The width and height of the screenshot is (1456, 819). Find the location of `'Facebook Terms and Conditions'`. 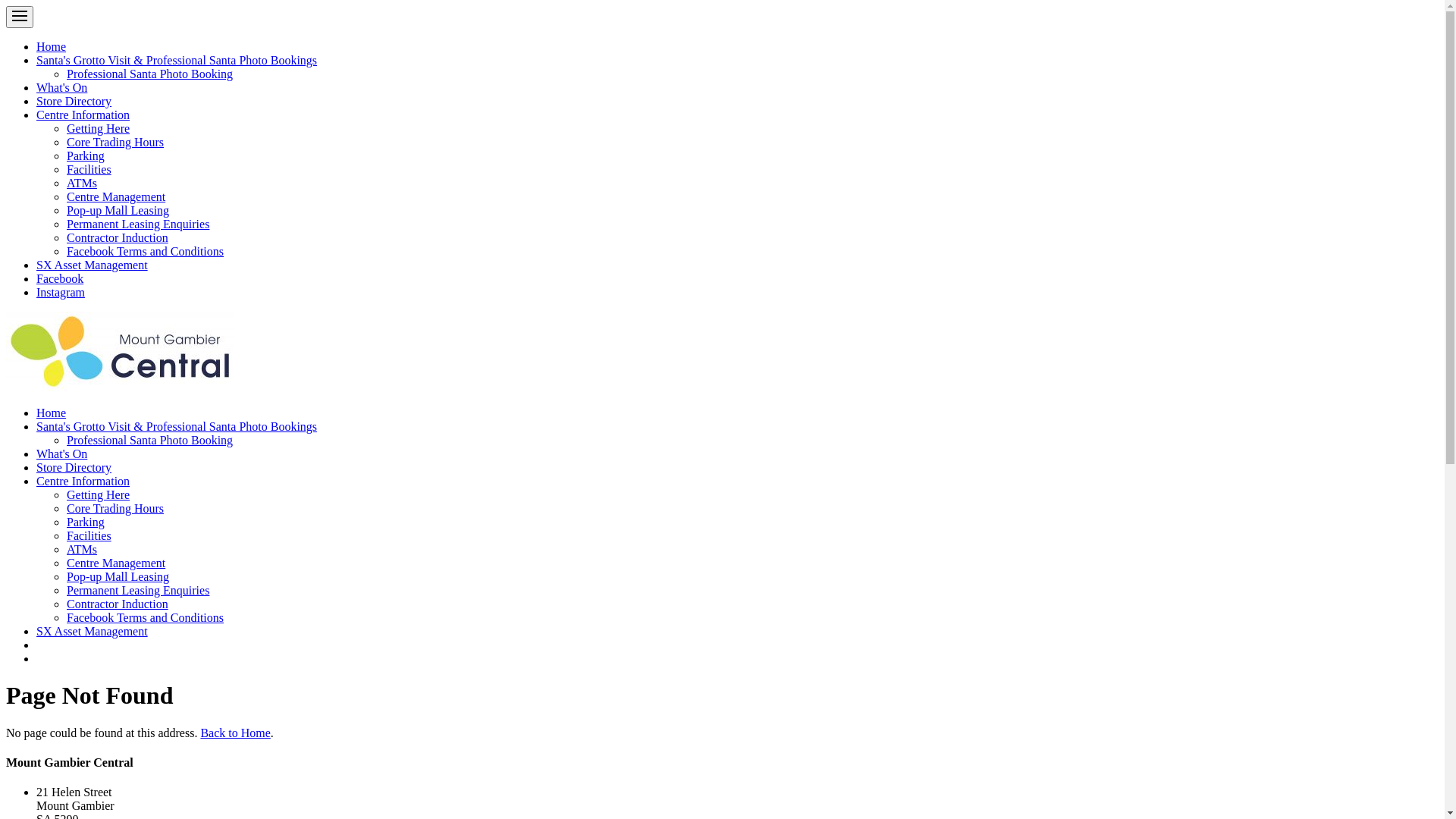

'Facebook Terms and Conditions' is located at coordinates (145, 250).